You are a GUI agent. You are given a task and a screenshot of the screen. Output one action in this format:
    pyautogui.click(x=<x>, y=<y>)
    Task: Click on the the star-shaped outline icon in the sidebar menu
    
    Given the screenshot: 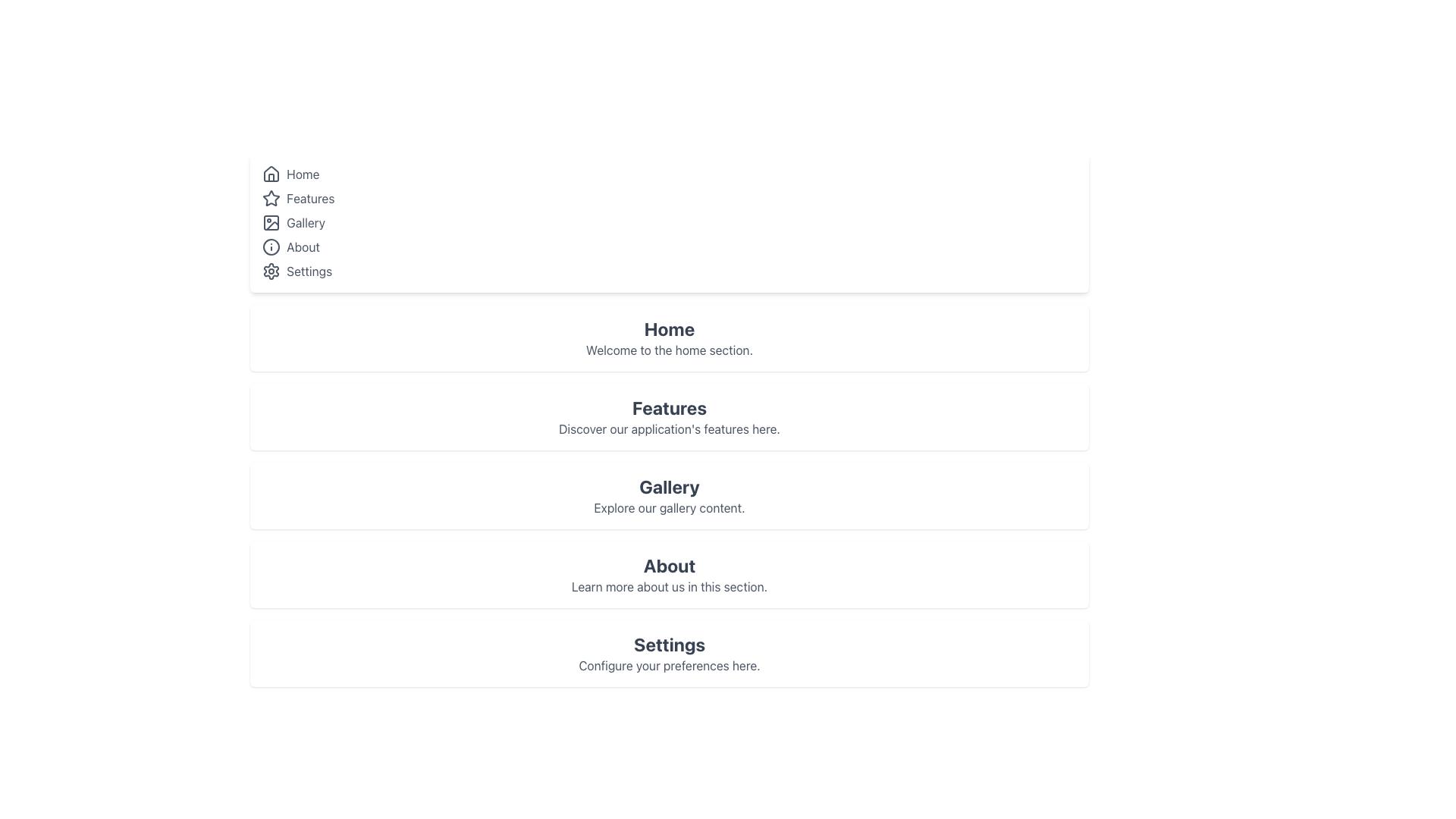 What is the action you would take?
    pyautogui.click(x=271, y=197)
    